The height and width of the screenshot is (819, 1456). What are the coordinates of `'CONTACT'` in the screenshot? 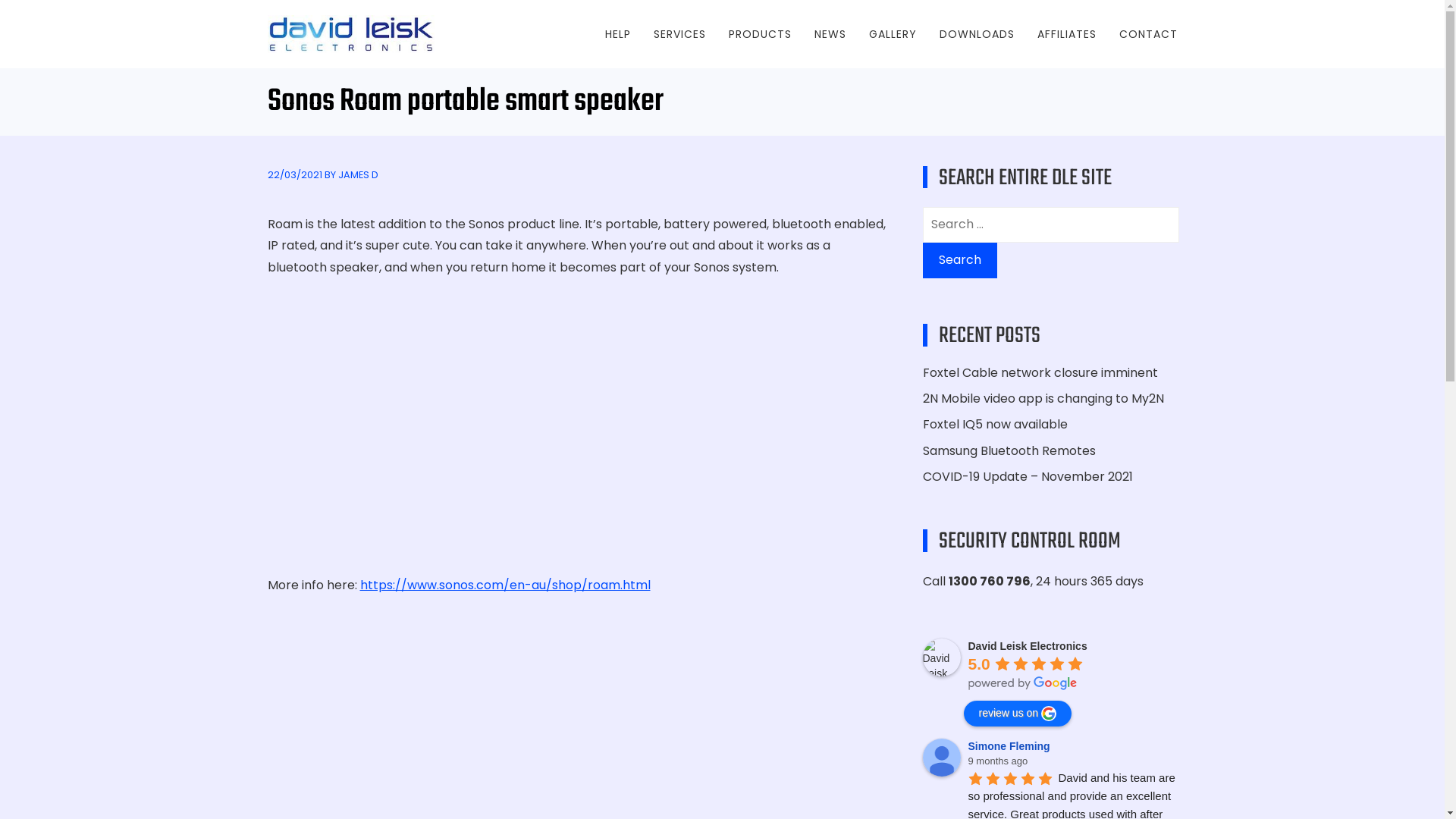 It's located at (1148, 34).